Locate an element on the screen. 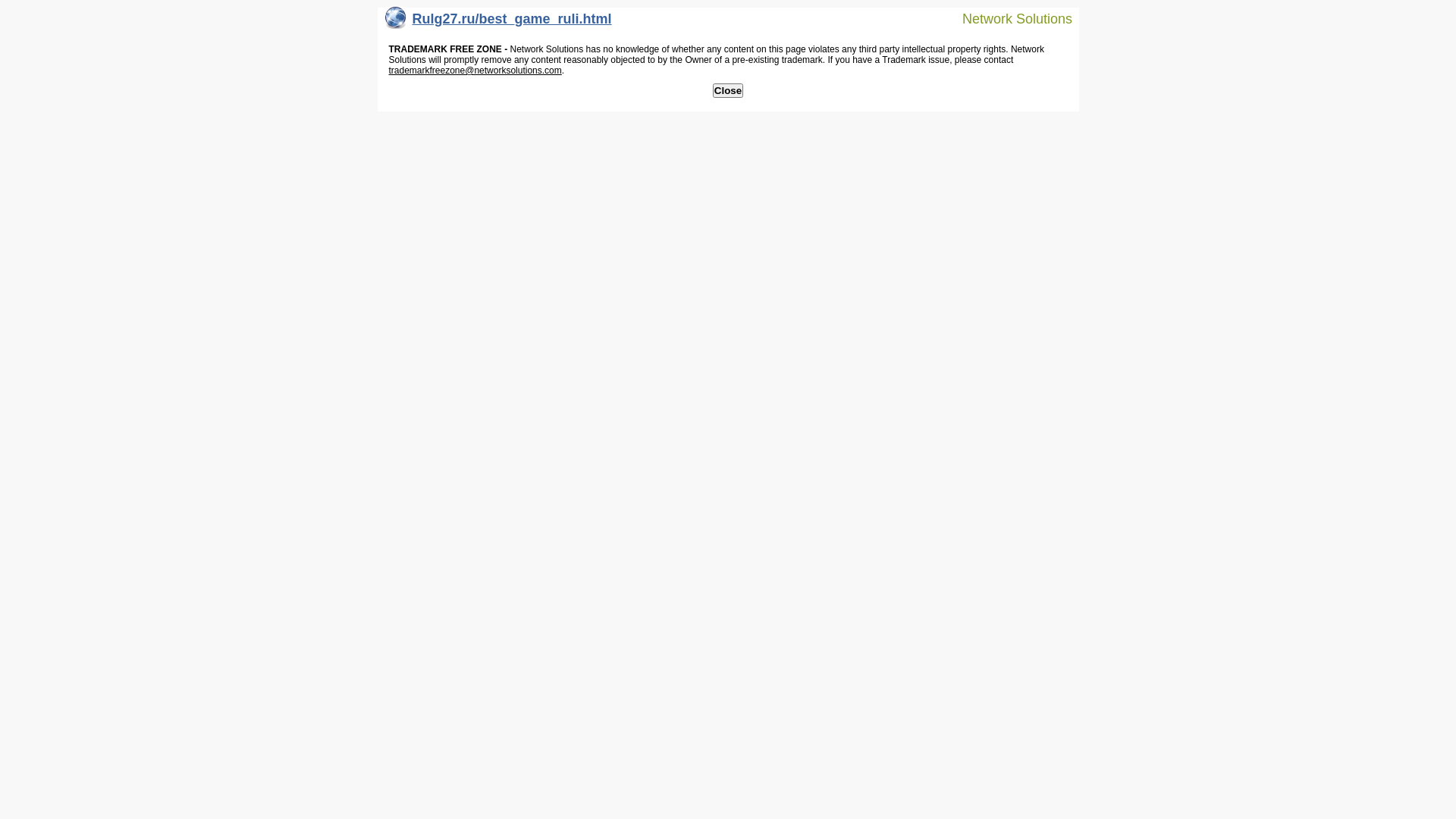 The image size is (1456, 819). 'Network Solutions' is located at coordinates (1008, 17).